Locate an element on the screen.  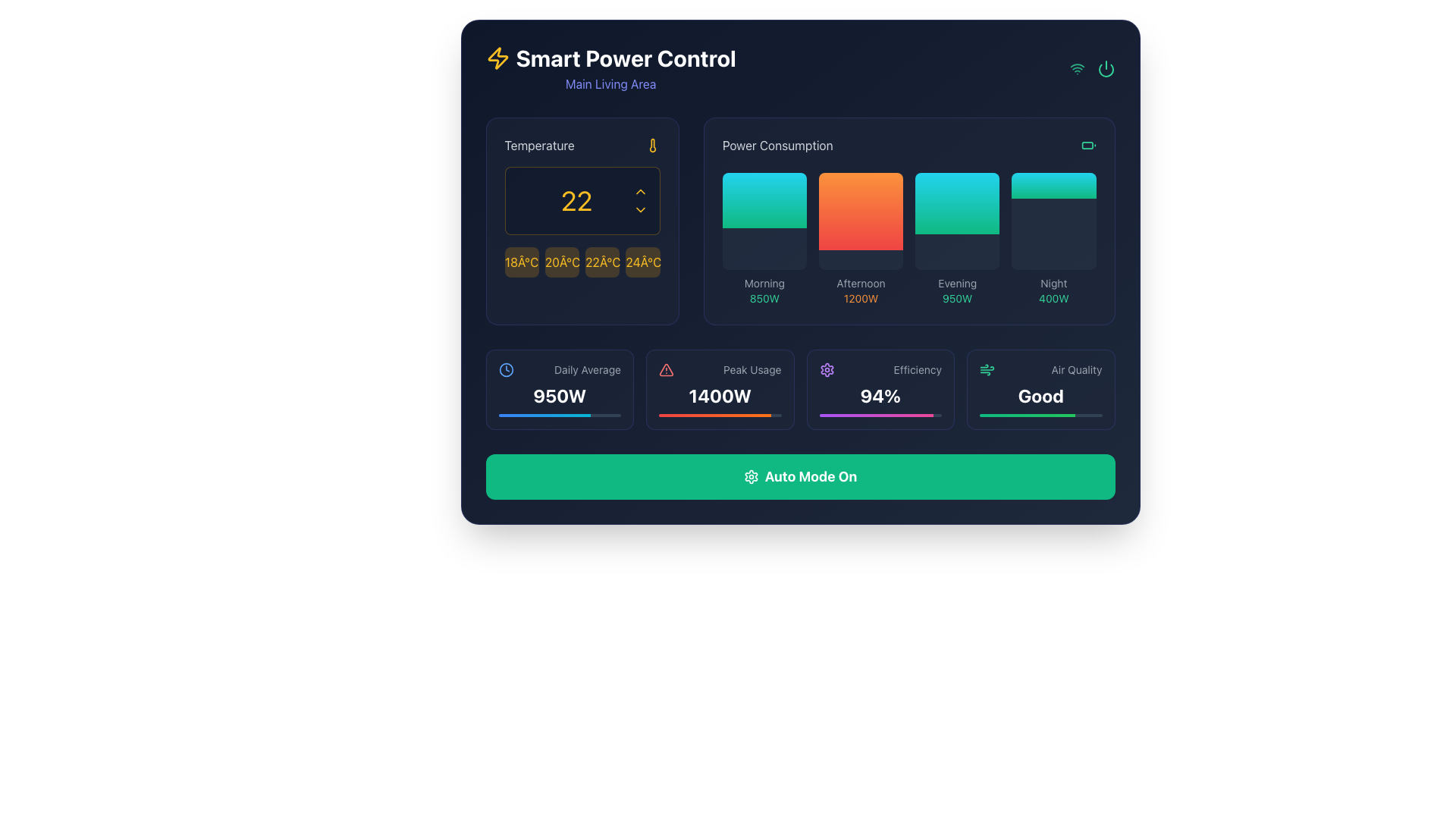
the bright amber lightning bolt icon located at the top left corner of the interactive panel, preceding the 'Smart Power Control' heading is located at coordinates (497, 58).